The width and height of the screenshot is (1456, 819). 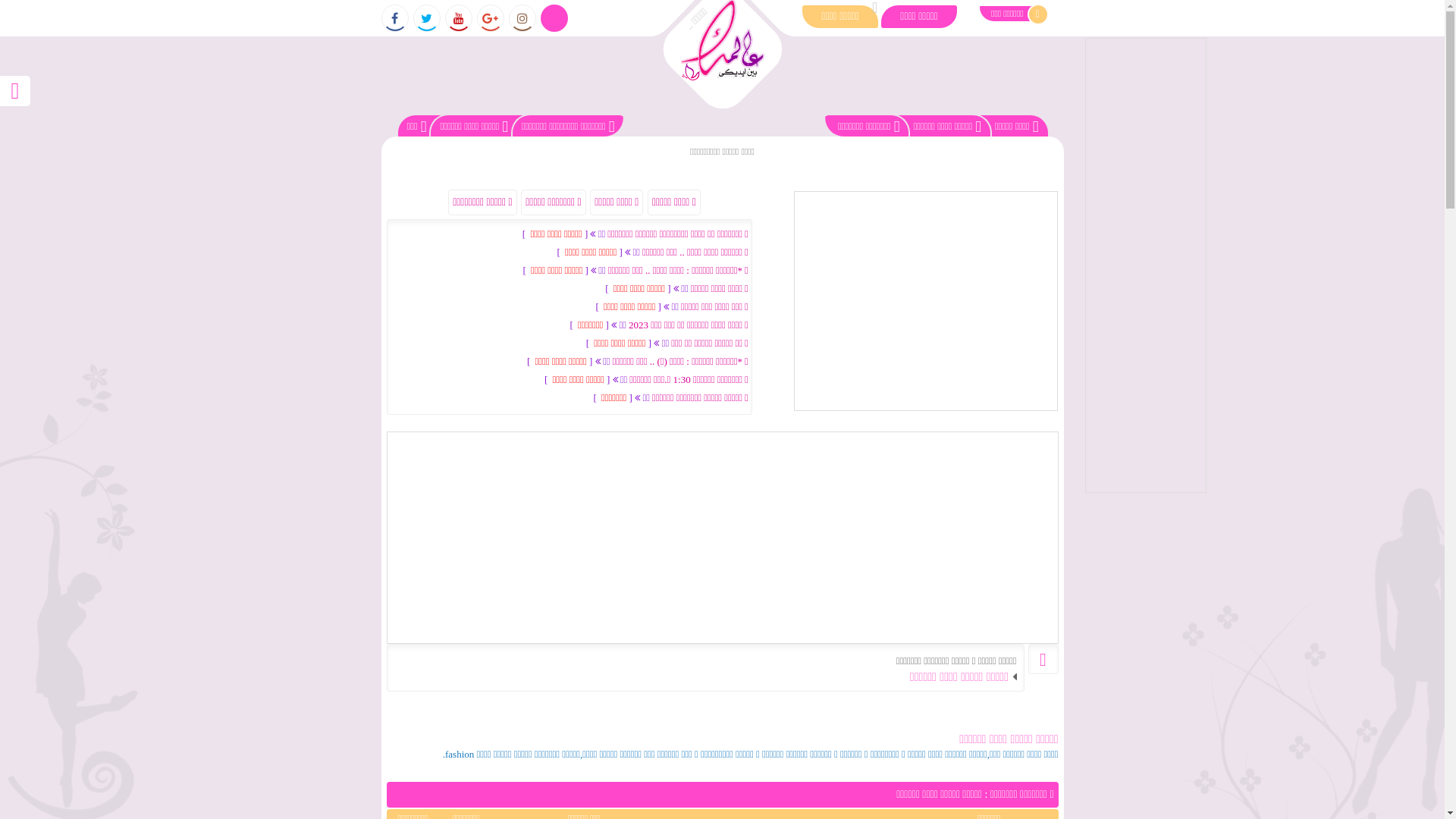 What do you see at coordinates (1084, 265) in the screenshot?
I see `'Advertisement'` at bounding box center [1084, 265].